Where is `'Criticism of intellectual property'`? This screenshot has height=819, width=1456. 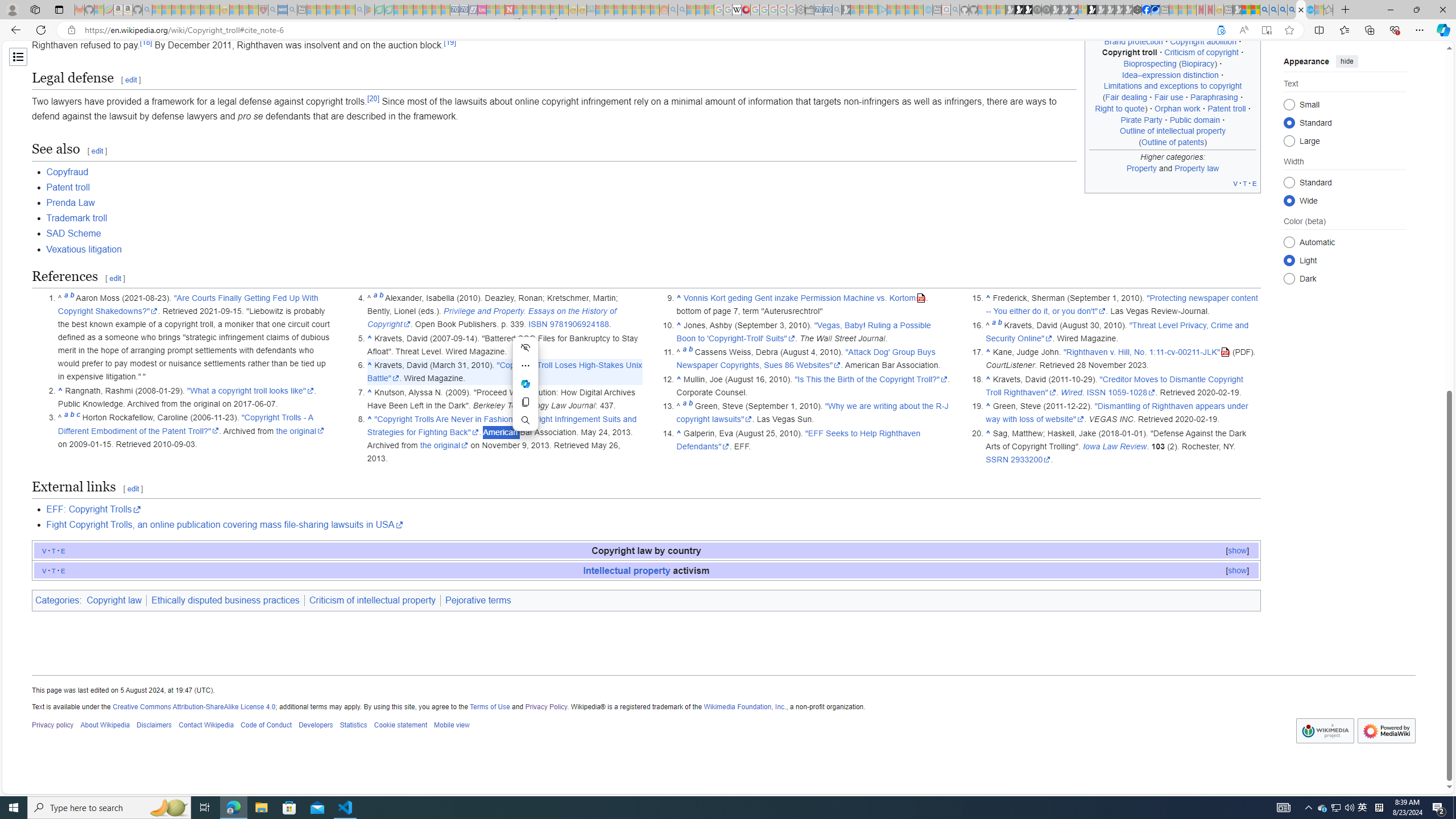
'Criticism of intellectual property' is located at coordinates (373, 601).